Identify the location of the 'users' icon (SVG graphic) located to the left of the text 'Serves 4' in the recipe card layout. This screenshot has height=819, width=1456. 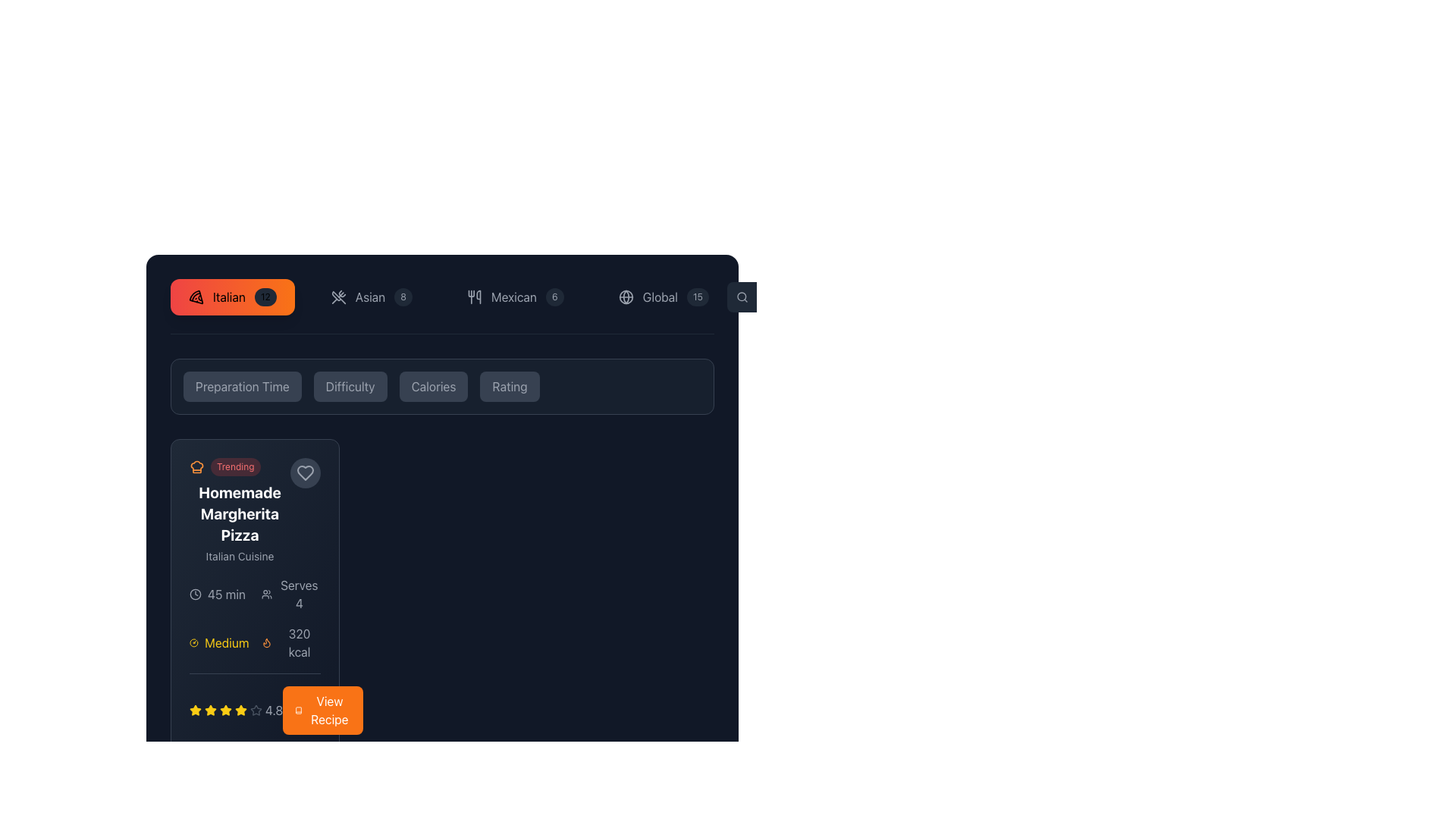
(266, 593).